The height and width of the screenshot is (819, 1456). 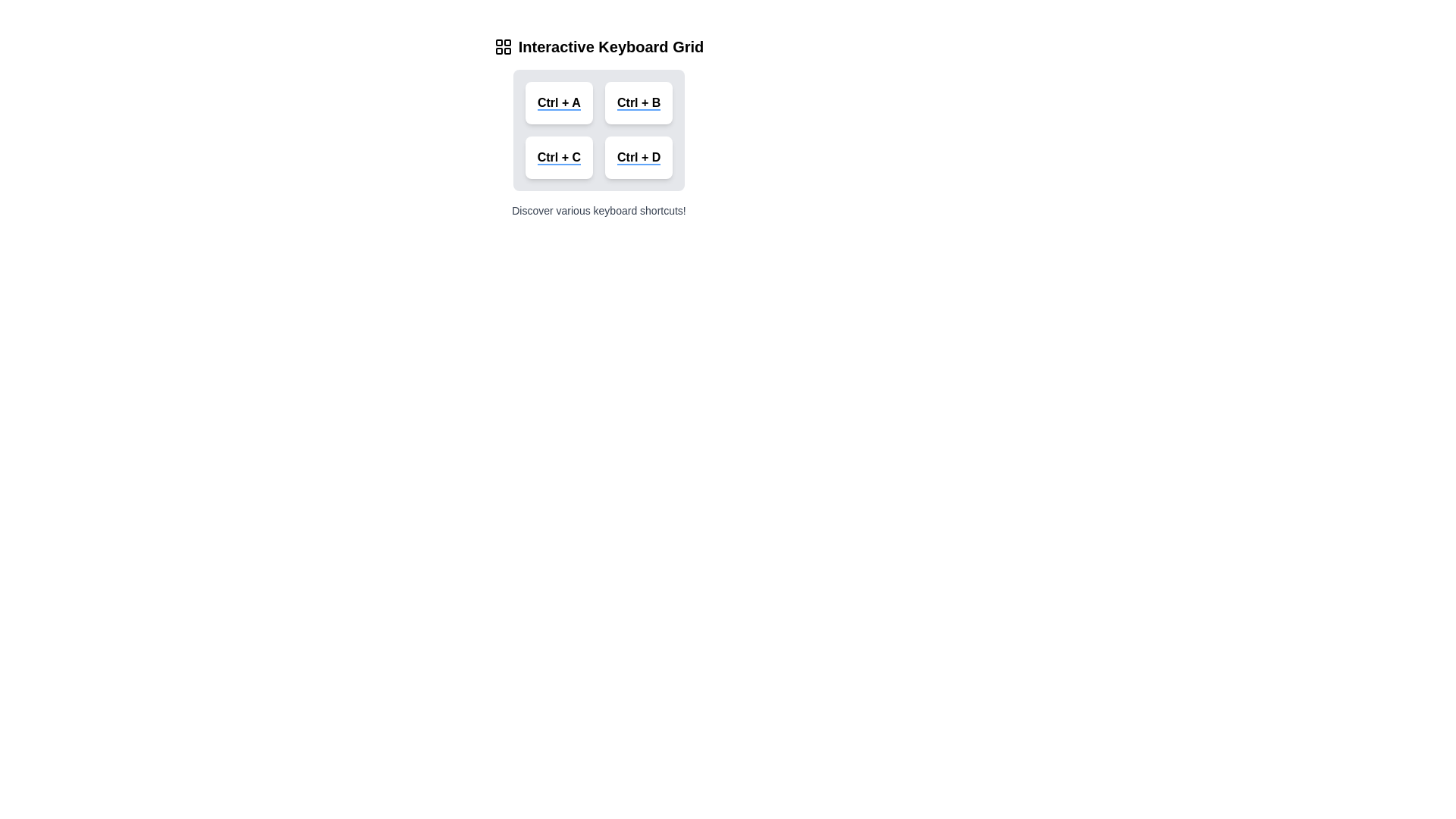 I want to click on displayed text 'Ctrl + A' from the button styled with a white background and rounded corners located in the top-left corner of the grid, so click(x=558, y=102).